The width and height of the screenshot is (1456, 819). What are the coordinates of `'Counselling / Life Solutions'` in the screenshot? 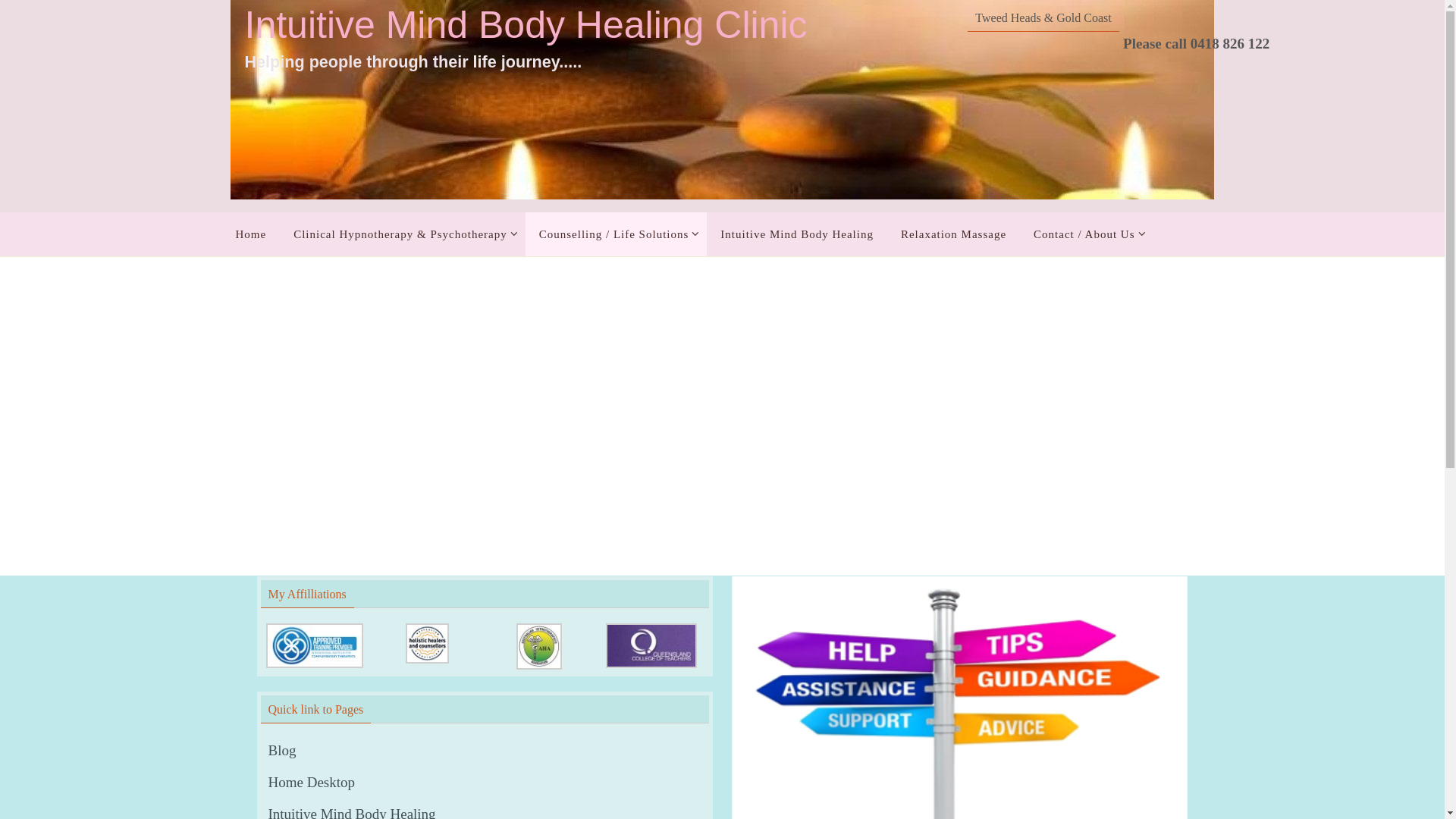 It's located at (616, 234).